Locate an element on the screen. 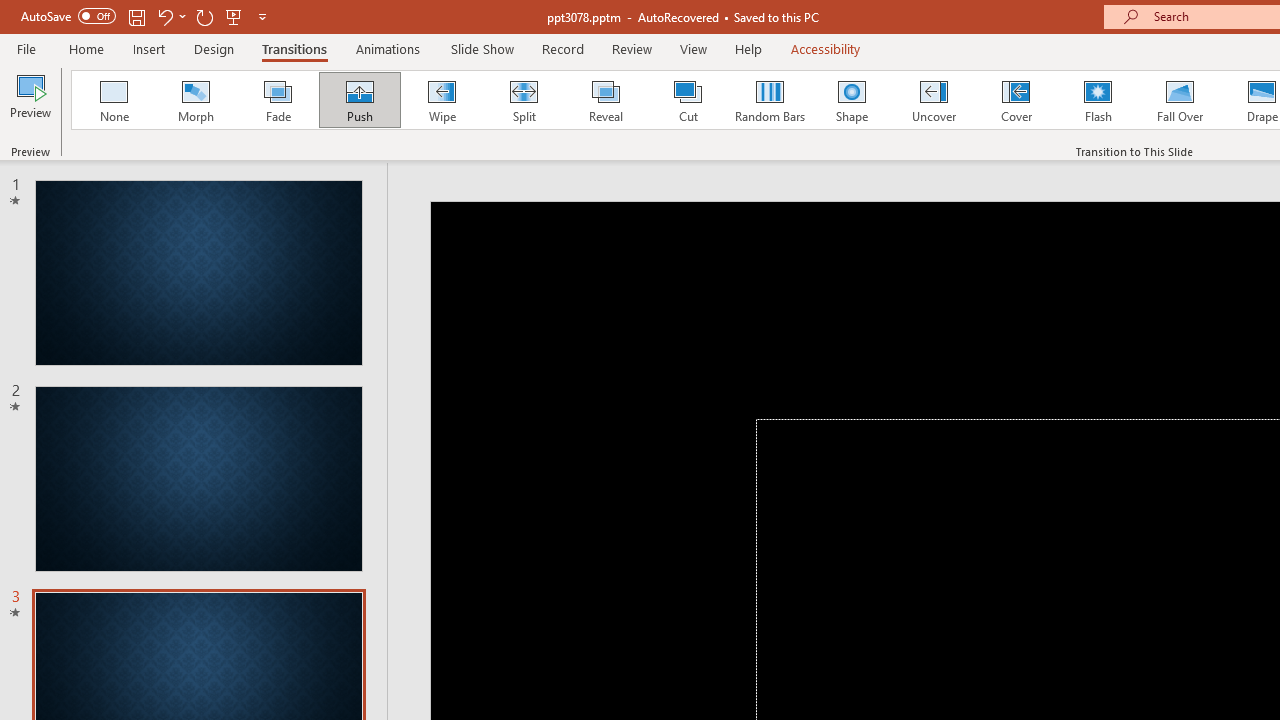 This screenshot has width=1280, height=720. 'Reveal' is located at coordinates (604, 100).